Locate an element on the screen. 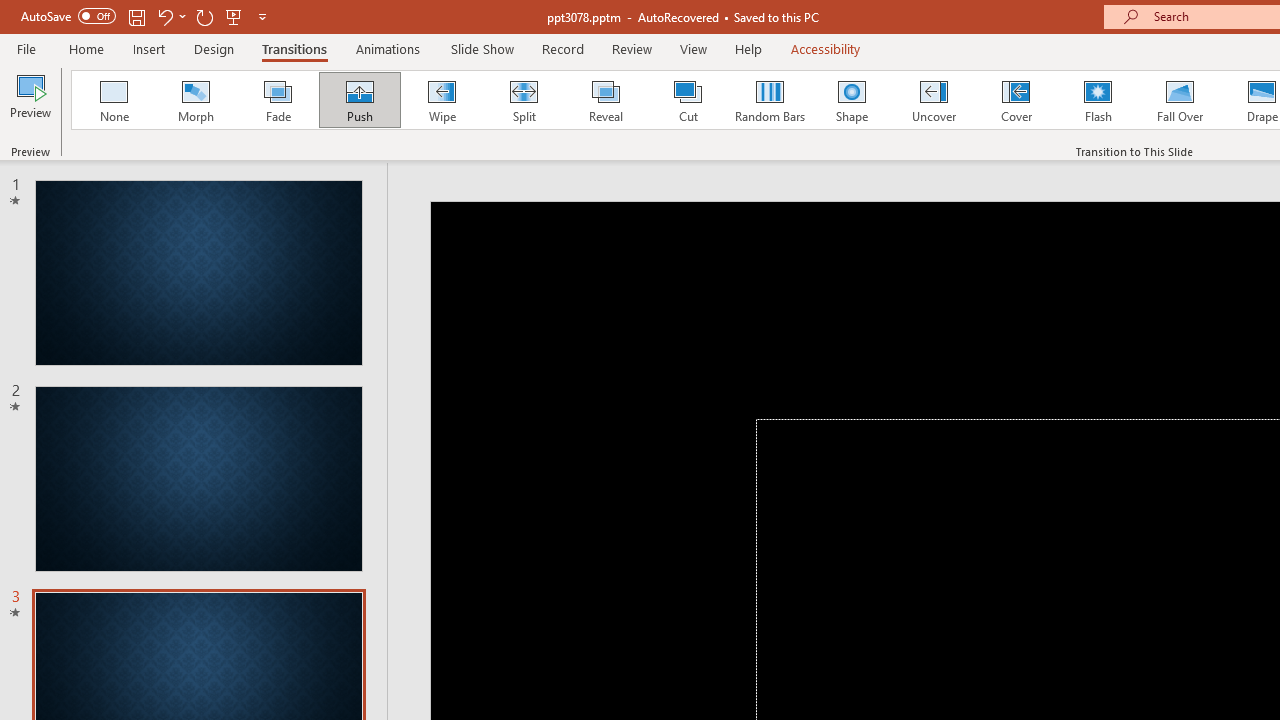 This screenshot has width=1280, height=720. 'Reveal' is located at coordinates (604, 100).